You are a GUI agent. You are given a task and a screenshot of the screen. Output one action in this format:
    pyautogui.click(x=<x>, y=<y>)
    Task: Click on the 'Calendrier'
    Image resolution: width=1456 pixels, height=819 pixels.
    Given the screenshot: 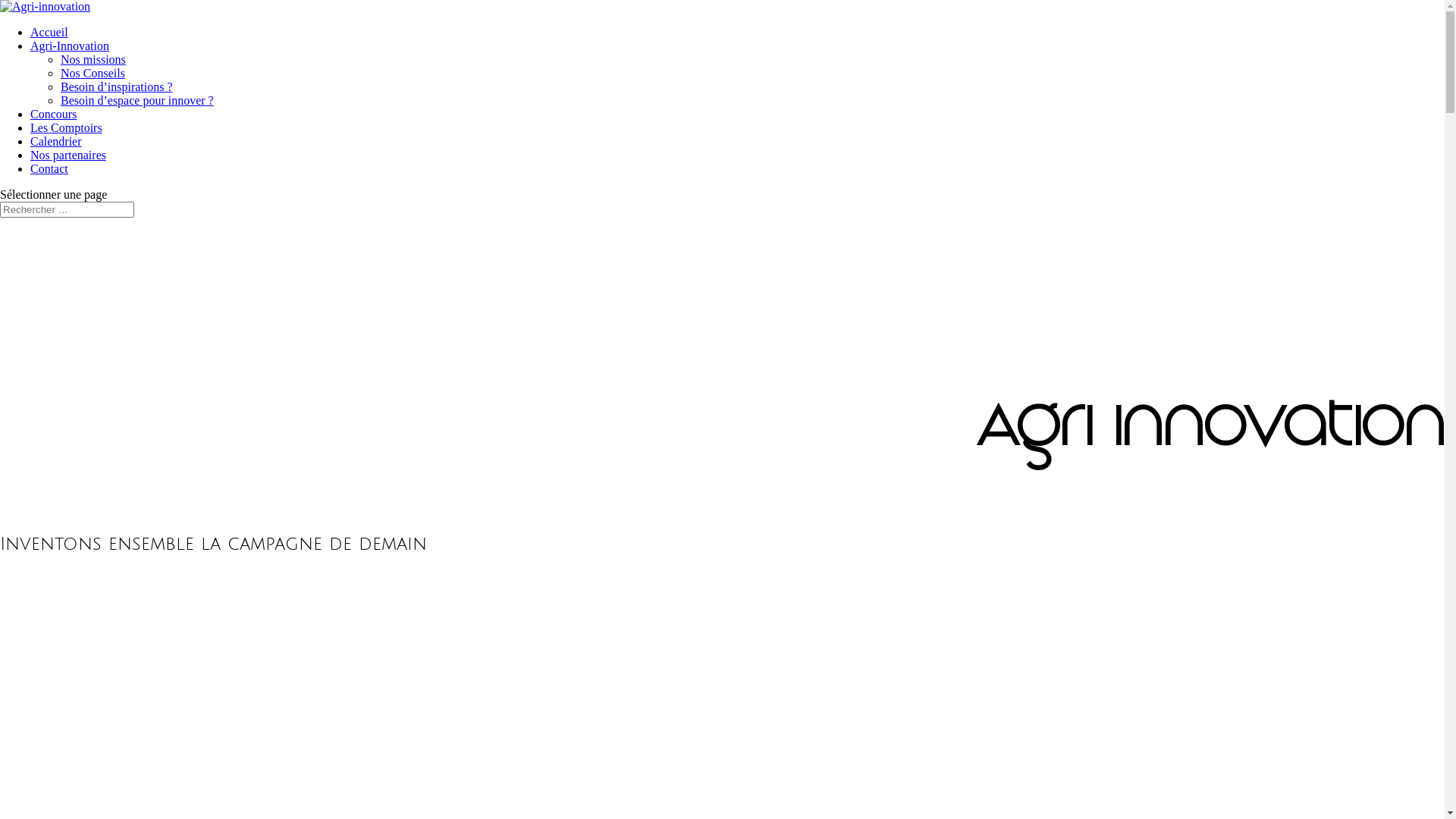 What is the action you would take?
    pyautogui.click(x=55, y=141)
    